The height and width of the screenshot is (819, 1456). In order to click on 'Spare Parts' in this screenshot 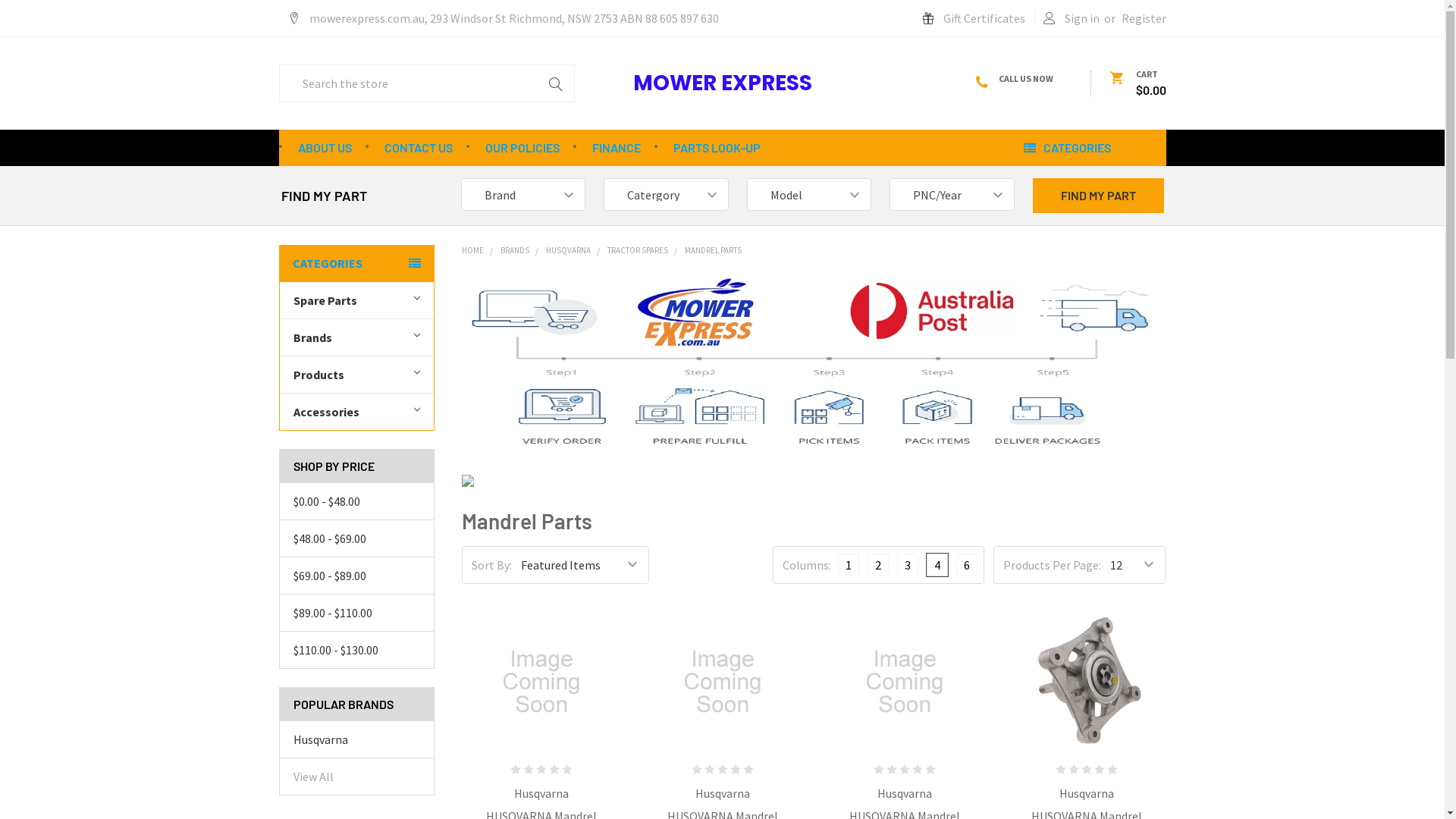, I will do `click(279, 300)`.